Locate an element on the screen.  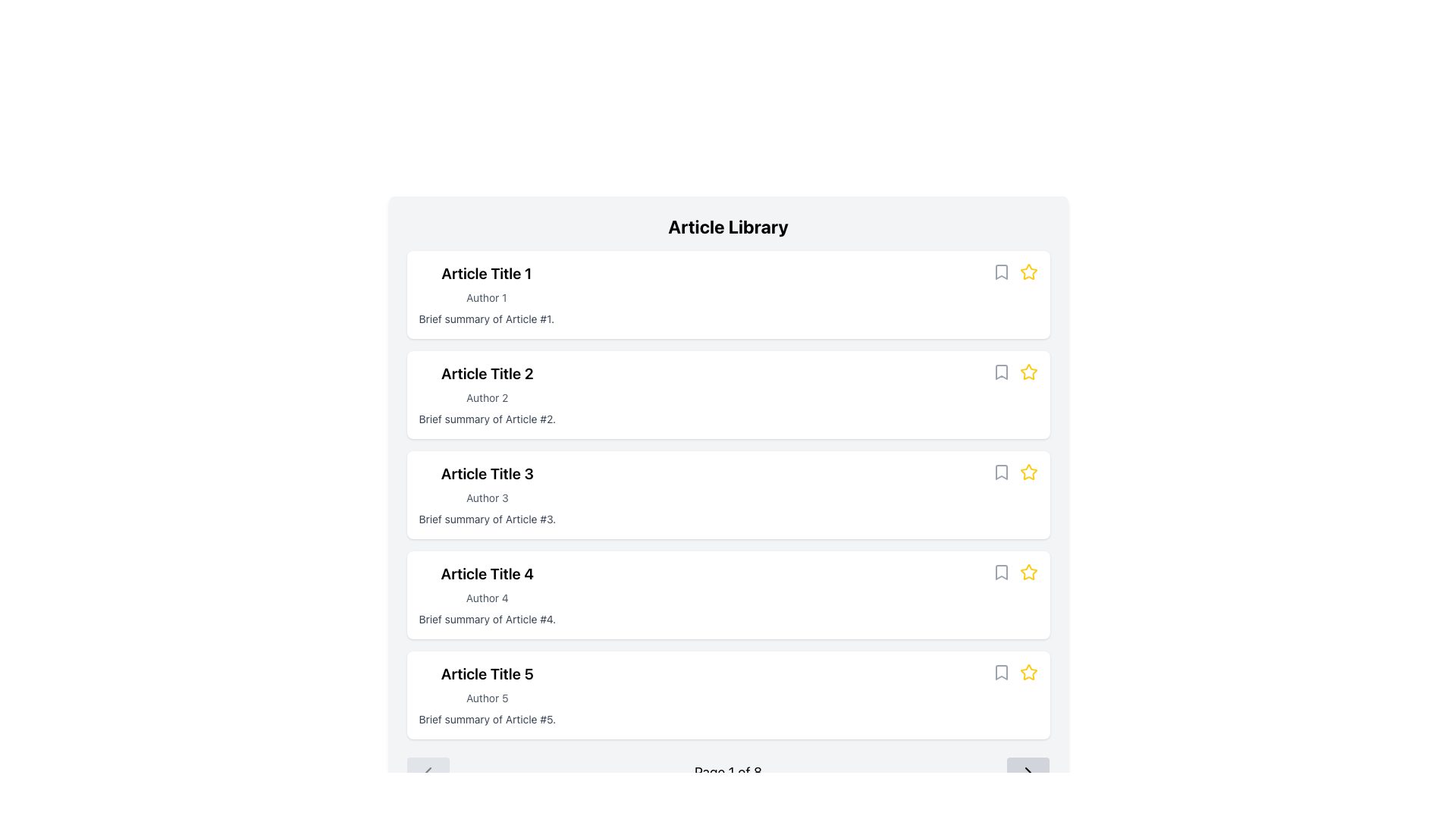
the Content Card that provides information about an article, including its title, author, and summary, which is the third card in the vertical stack within the 'Article Library' is located at coordinates (728, 494).